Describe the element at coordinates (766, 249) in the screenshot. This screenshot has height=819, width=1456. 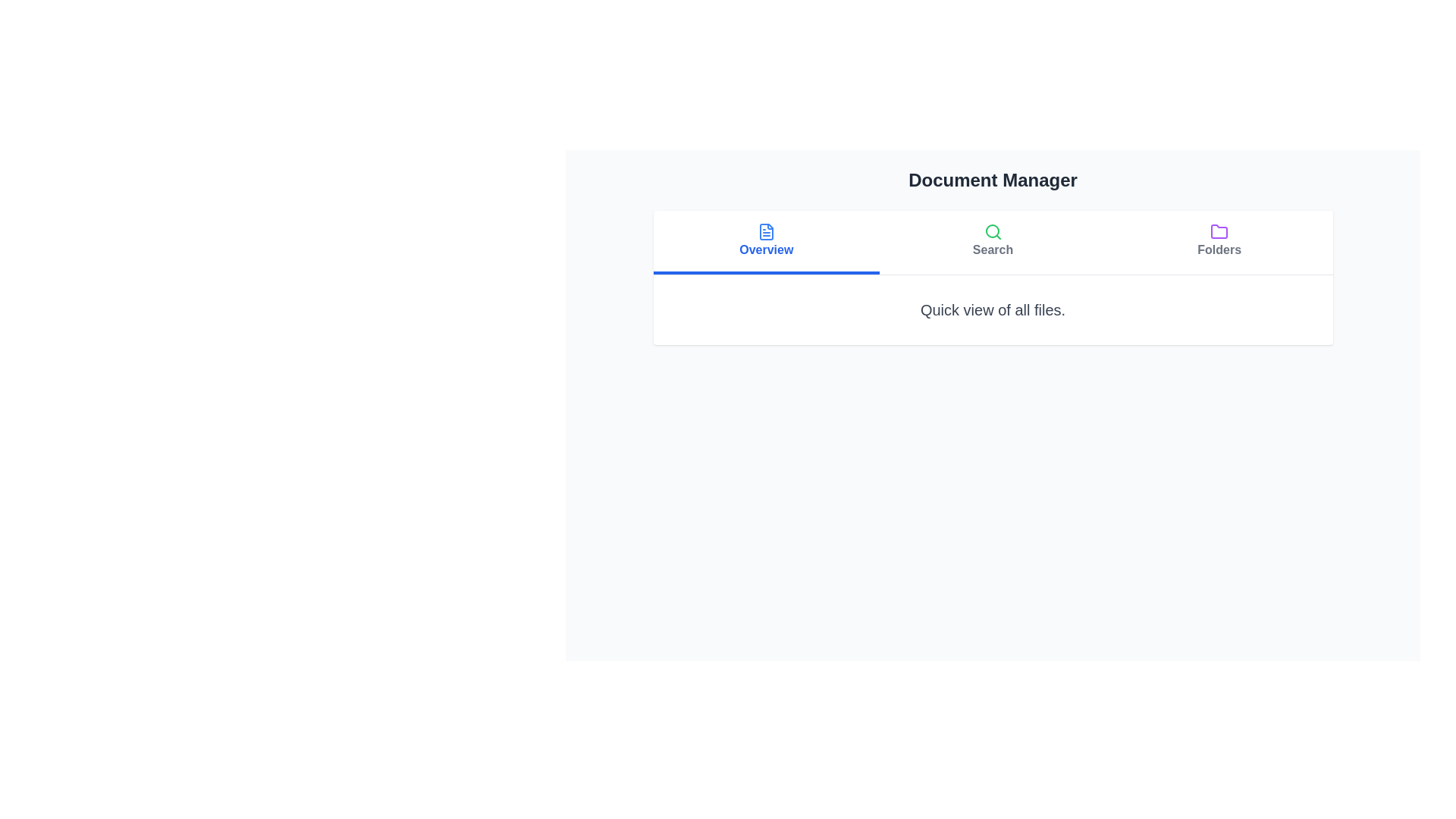
I see `the text label reading 'Overview', which is styled in blue and located directly below a document icon` at that location.